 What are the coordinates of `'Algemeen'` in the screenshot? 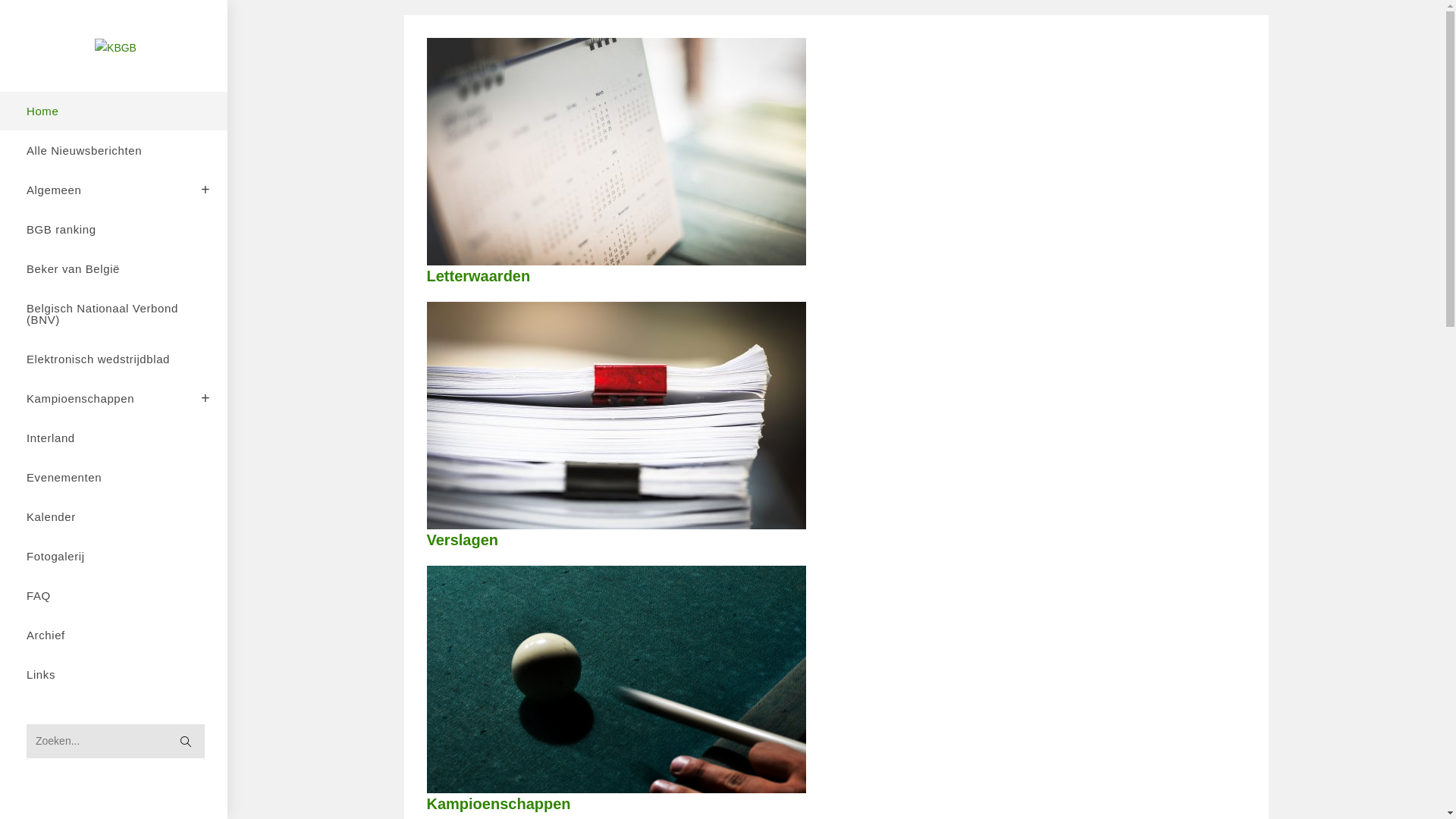 It's located at (112, 189).